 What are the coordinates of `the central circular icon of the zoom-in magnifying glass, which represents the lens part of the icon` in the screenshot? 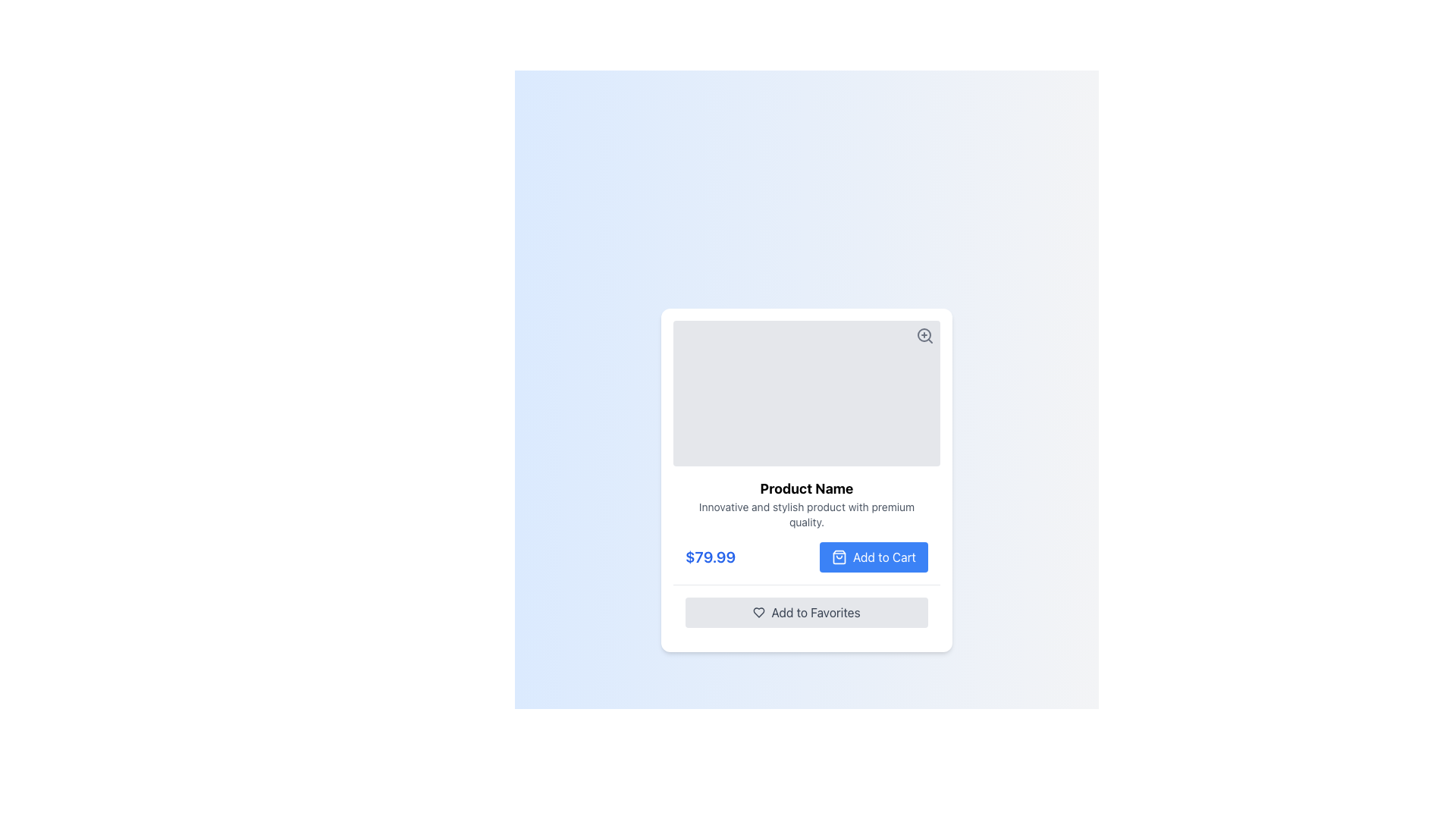 It's located at (924, 334).